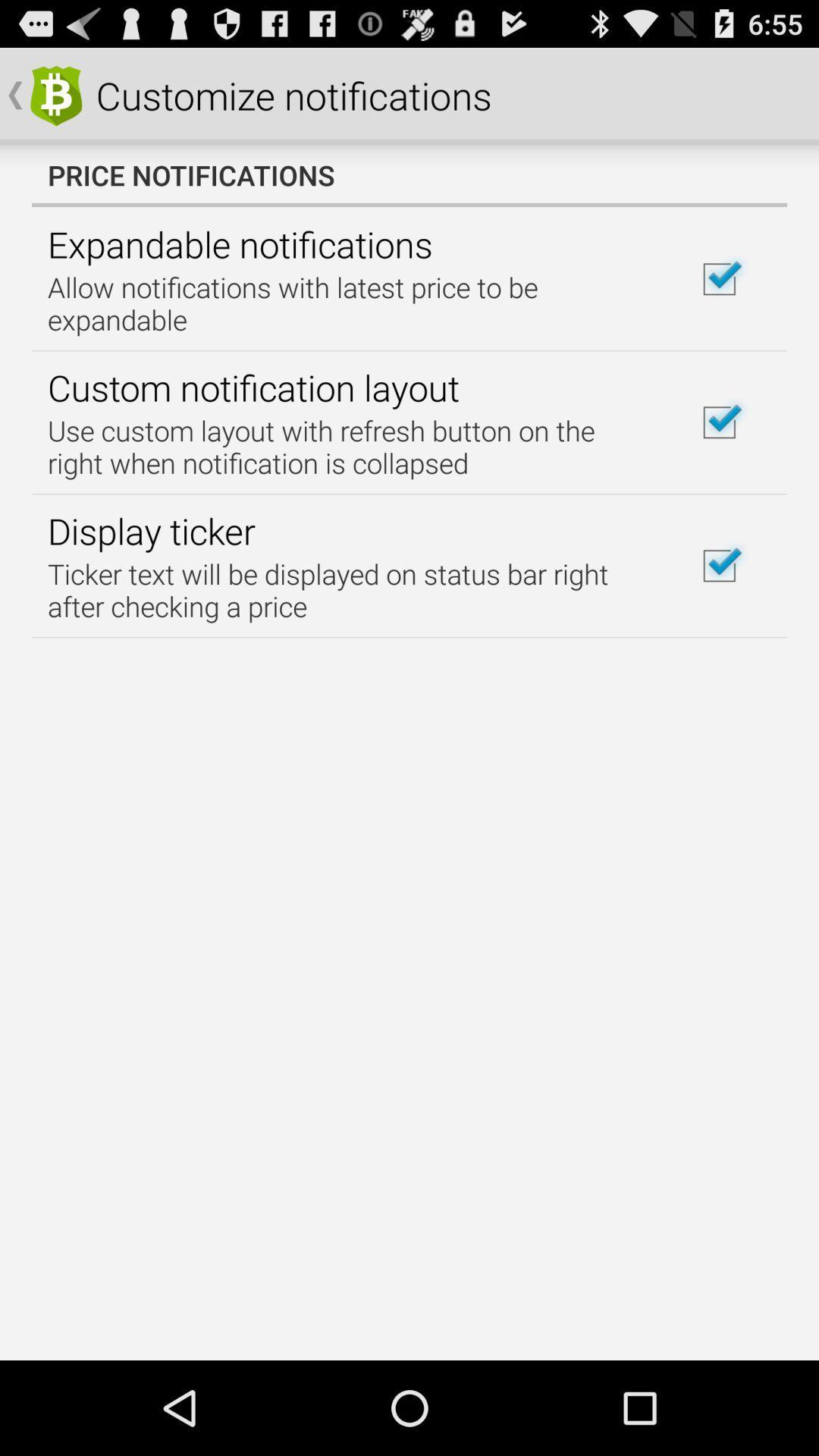 Image resolution: width=819 pixels, height=1456 pixels. I want to click on the display ticker item, so click(151, 531).